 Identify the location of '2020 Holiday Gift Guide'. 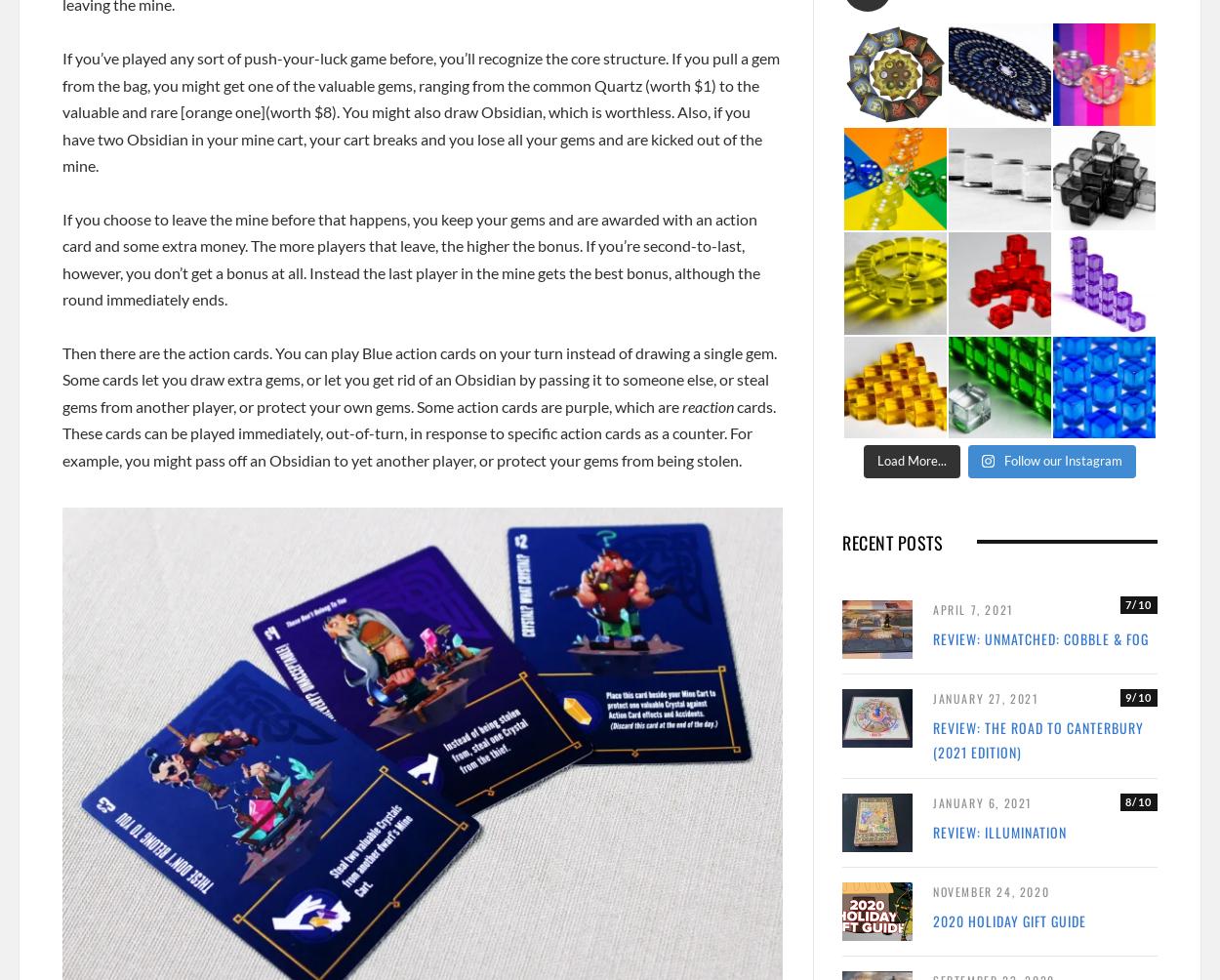
(932, 919).